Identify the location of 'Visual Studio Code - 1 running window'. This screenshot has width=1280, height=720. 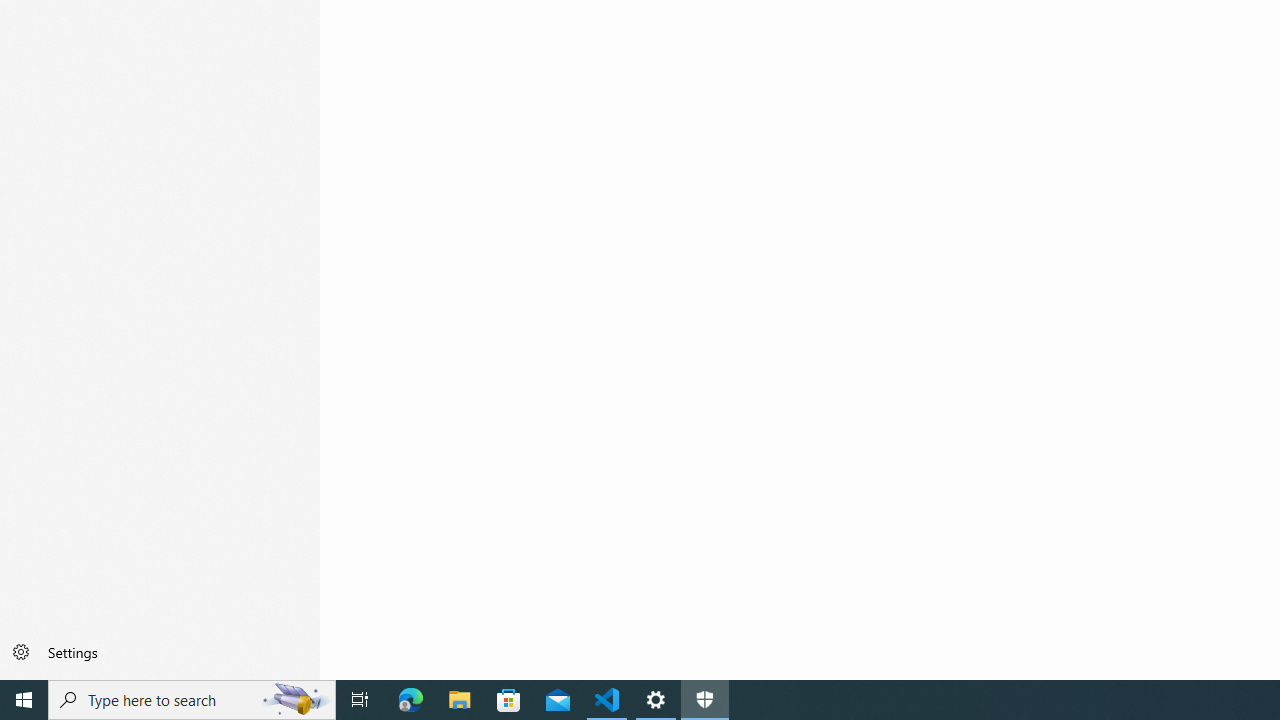
(606, 698).